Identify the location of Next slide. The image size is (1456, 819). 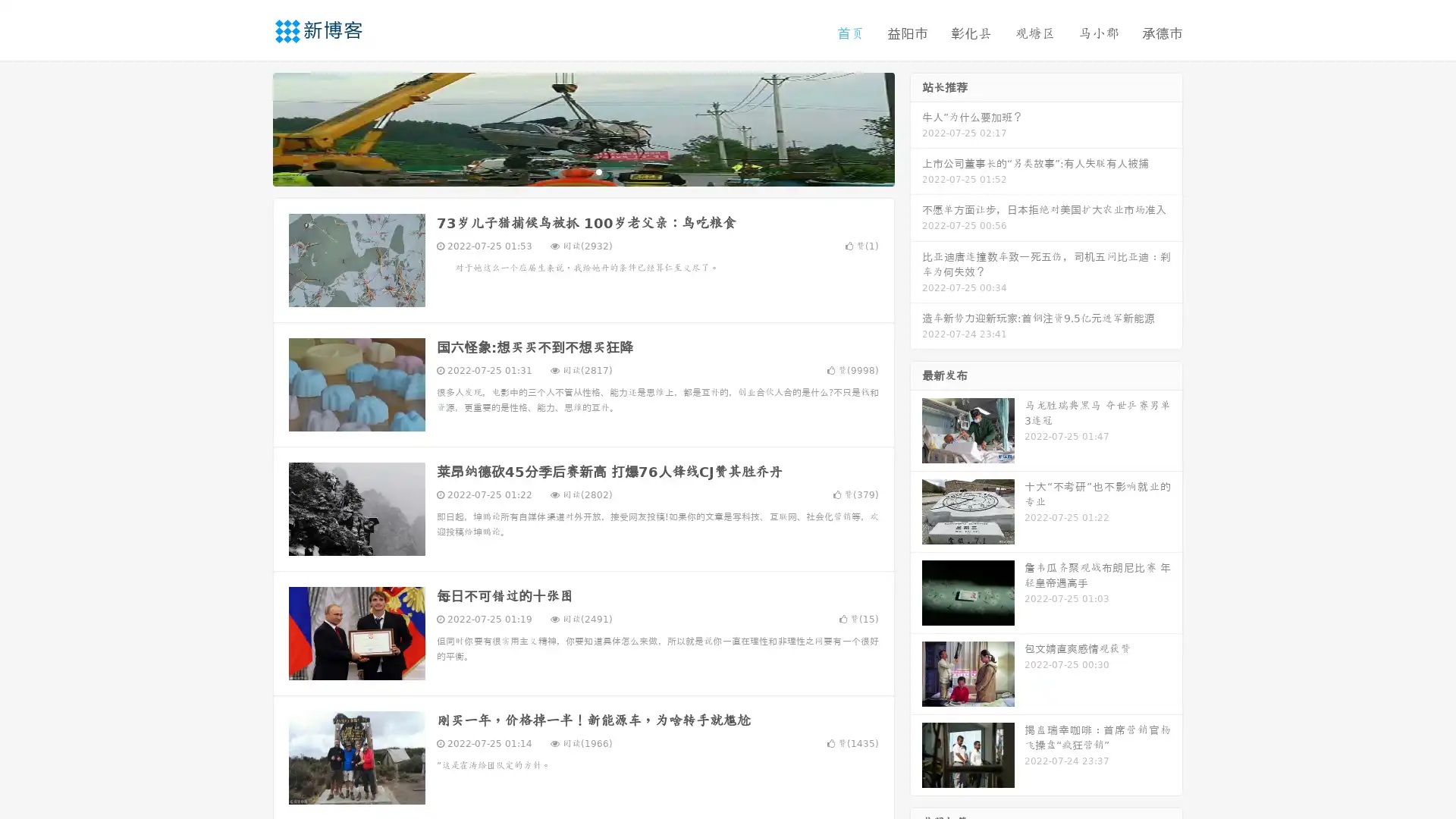
(916, 127).